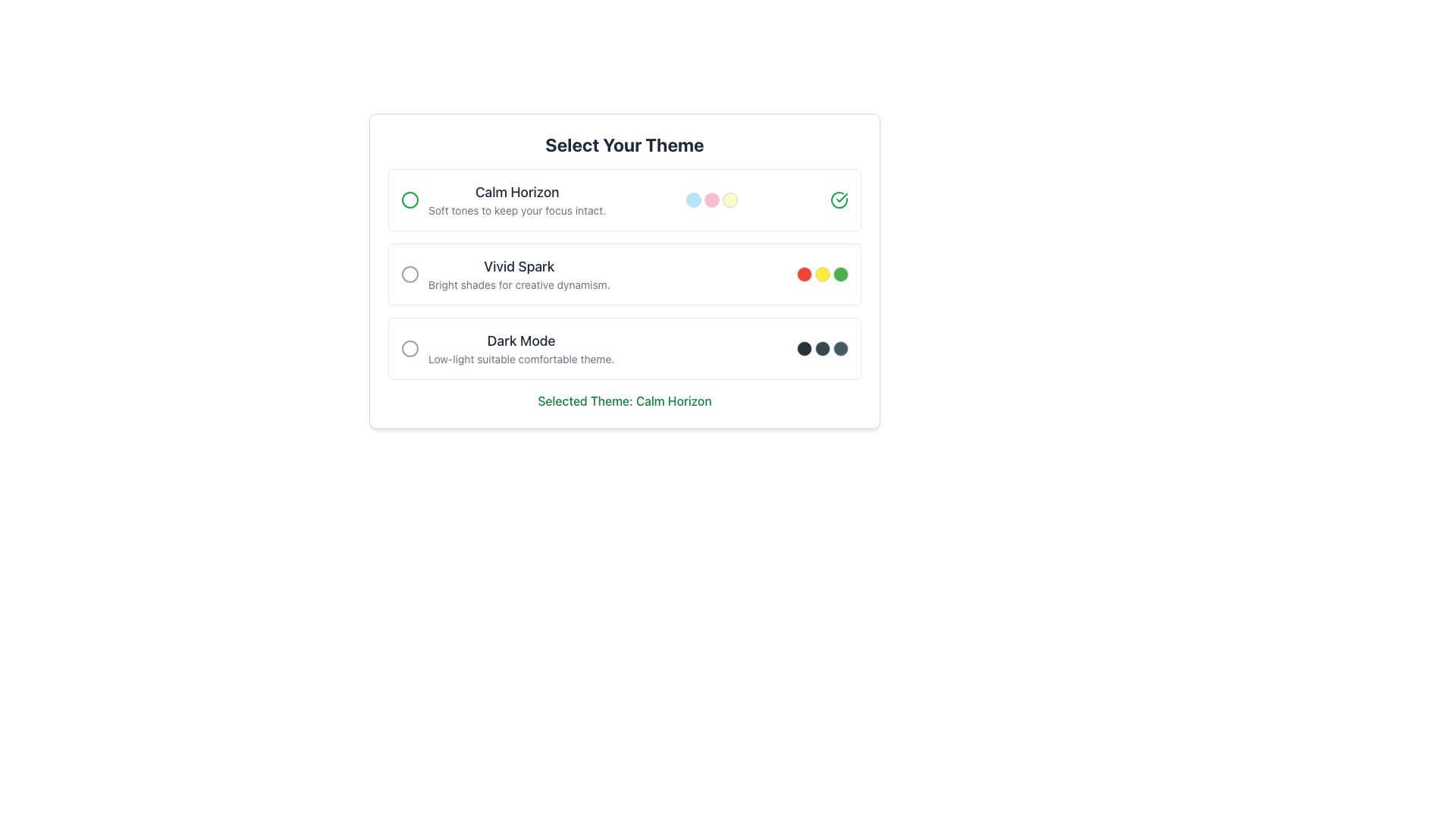 This screenshot has height=819, width=1456. Describe the element at coordinates (803, 348) in the screenshot. I see `the first circle` at that location.